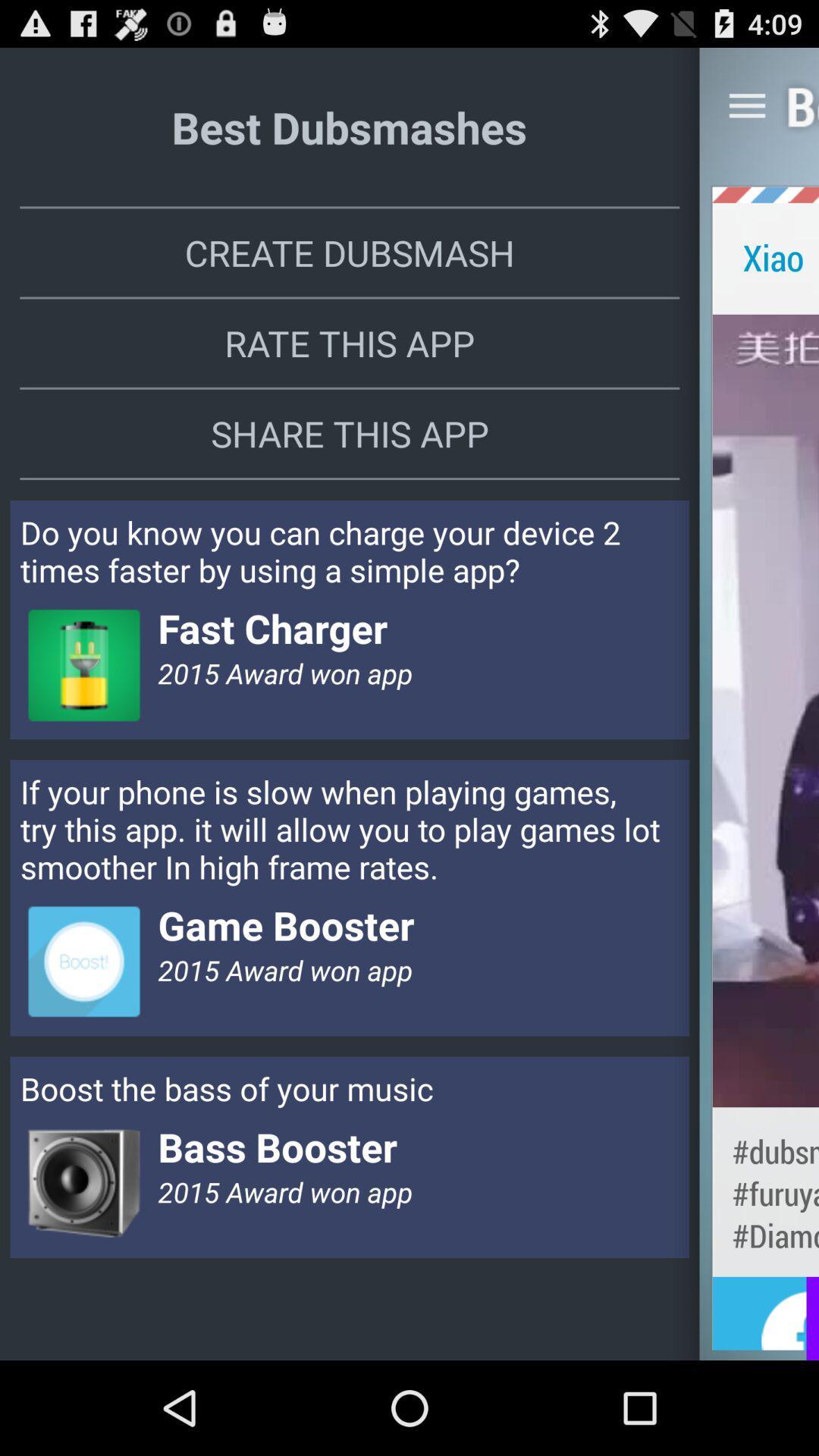 This screenshot has width=819, height=1456. I want to click on item next to the rate this app item, so click(765, 710).